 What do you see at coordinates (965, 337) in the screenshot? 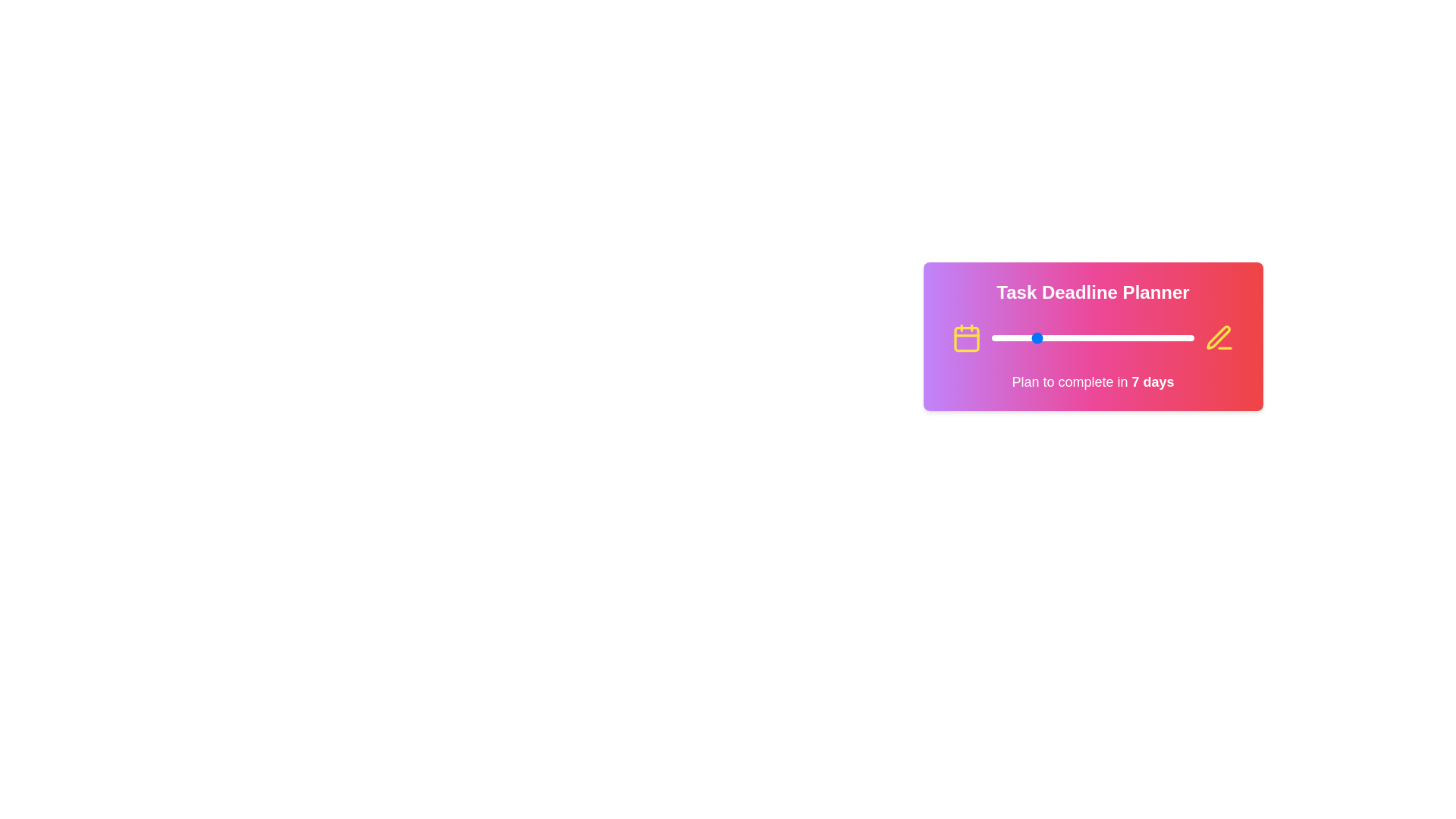
I see `the calendar icon in the TaskDeadlineSelector component` at bounding box center [965, 337].